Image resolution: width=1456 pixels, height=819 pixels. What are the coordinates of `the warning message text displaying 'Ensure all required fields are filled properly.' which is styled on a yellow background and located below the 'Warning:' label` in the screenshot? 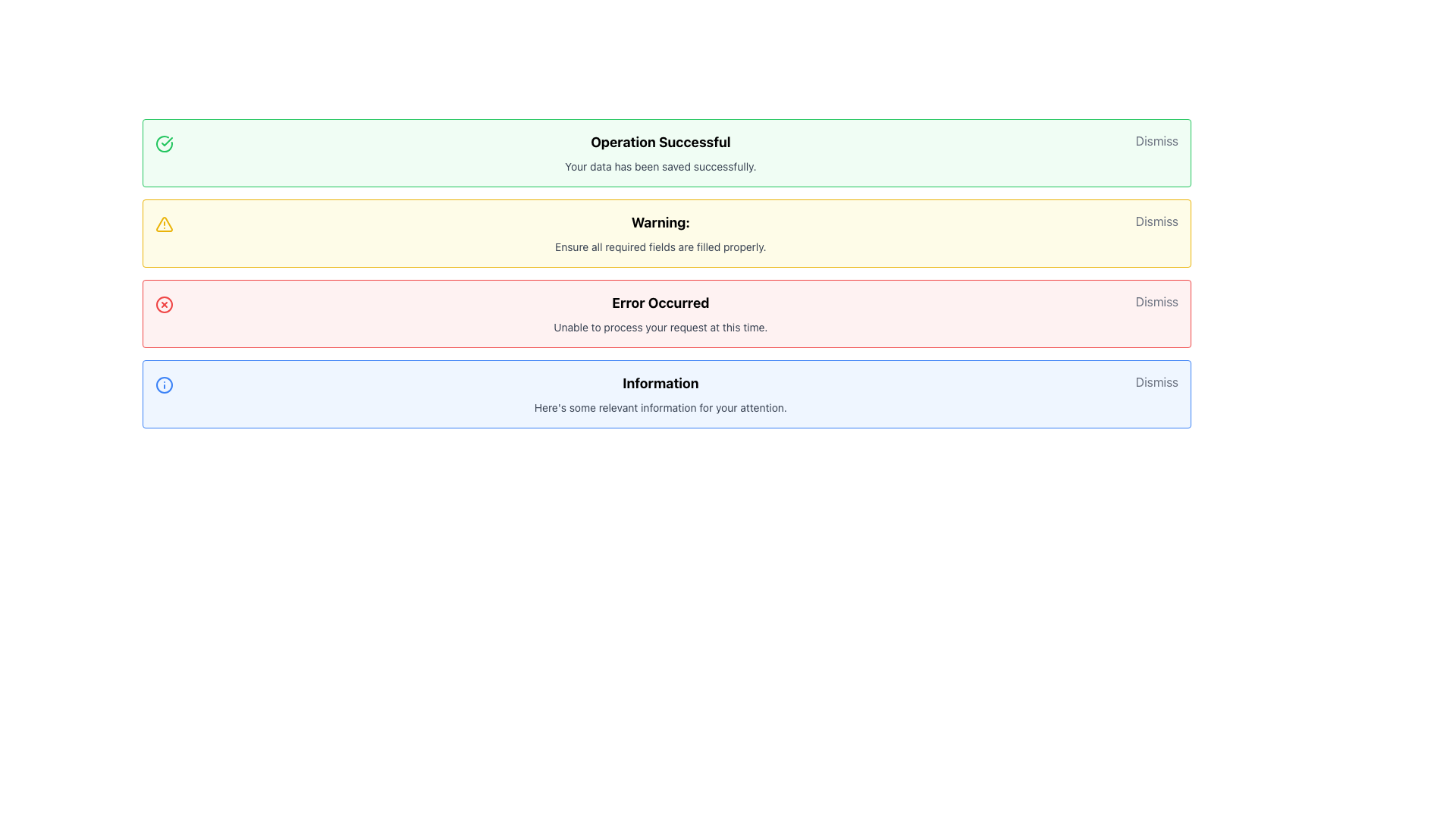 It's located at (661, 246).